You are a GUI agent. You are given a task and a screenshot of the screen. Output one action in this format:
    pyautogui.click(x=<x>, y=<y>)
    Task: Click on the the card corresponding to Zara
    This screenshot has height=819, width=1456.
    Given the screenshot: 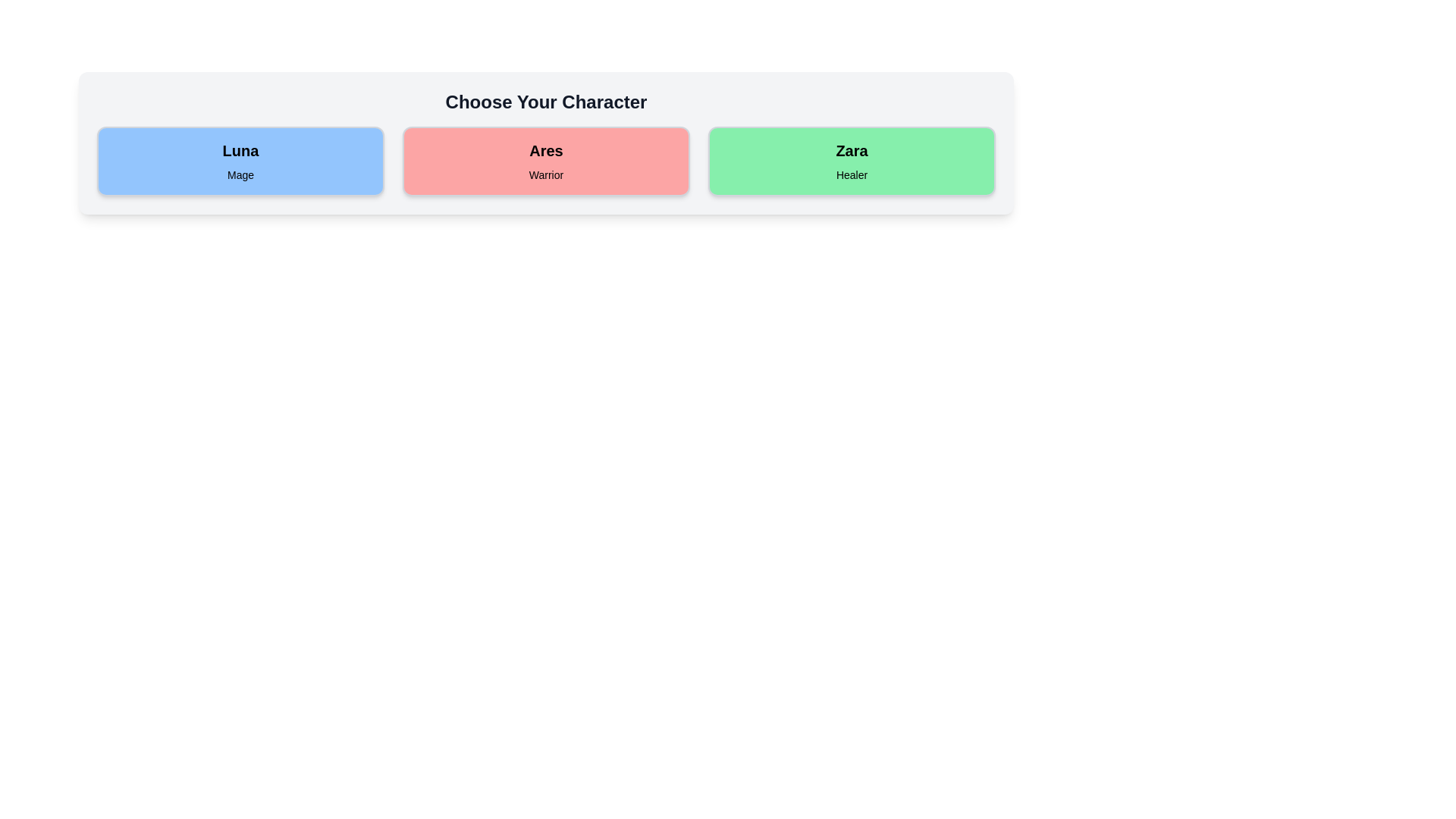 What is the action you would take?
    pyautogui.click(x=852, y=161)
    